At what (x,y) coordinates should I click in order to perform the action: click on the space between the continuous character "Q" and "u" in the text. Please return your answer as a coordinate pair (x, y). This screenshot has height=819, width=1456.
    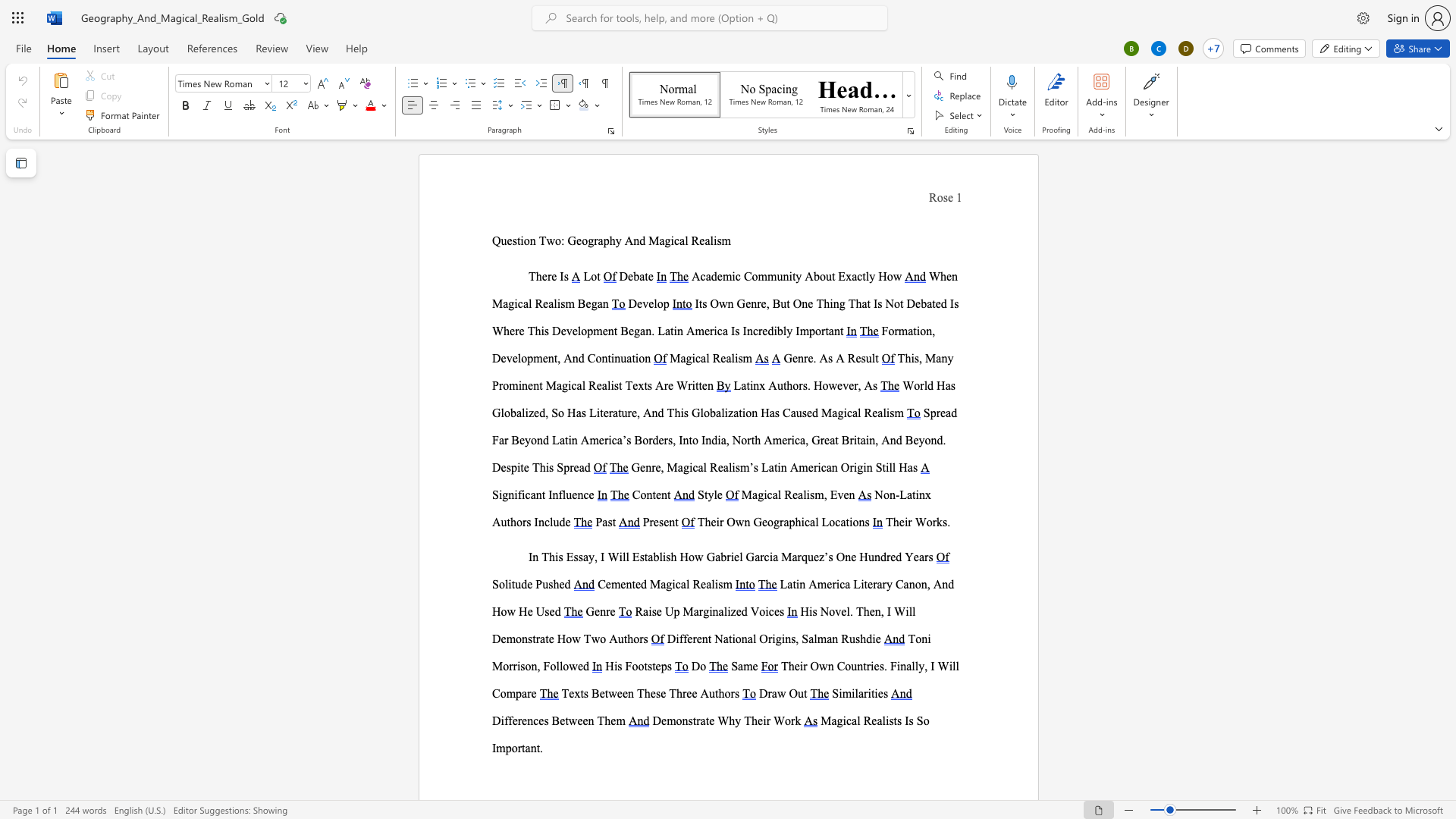
    Looking at the image, I should click on (500, 240).